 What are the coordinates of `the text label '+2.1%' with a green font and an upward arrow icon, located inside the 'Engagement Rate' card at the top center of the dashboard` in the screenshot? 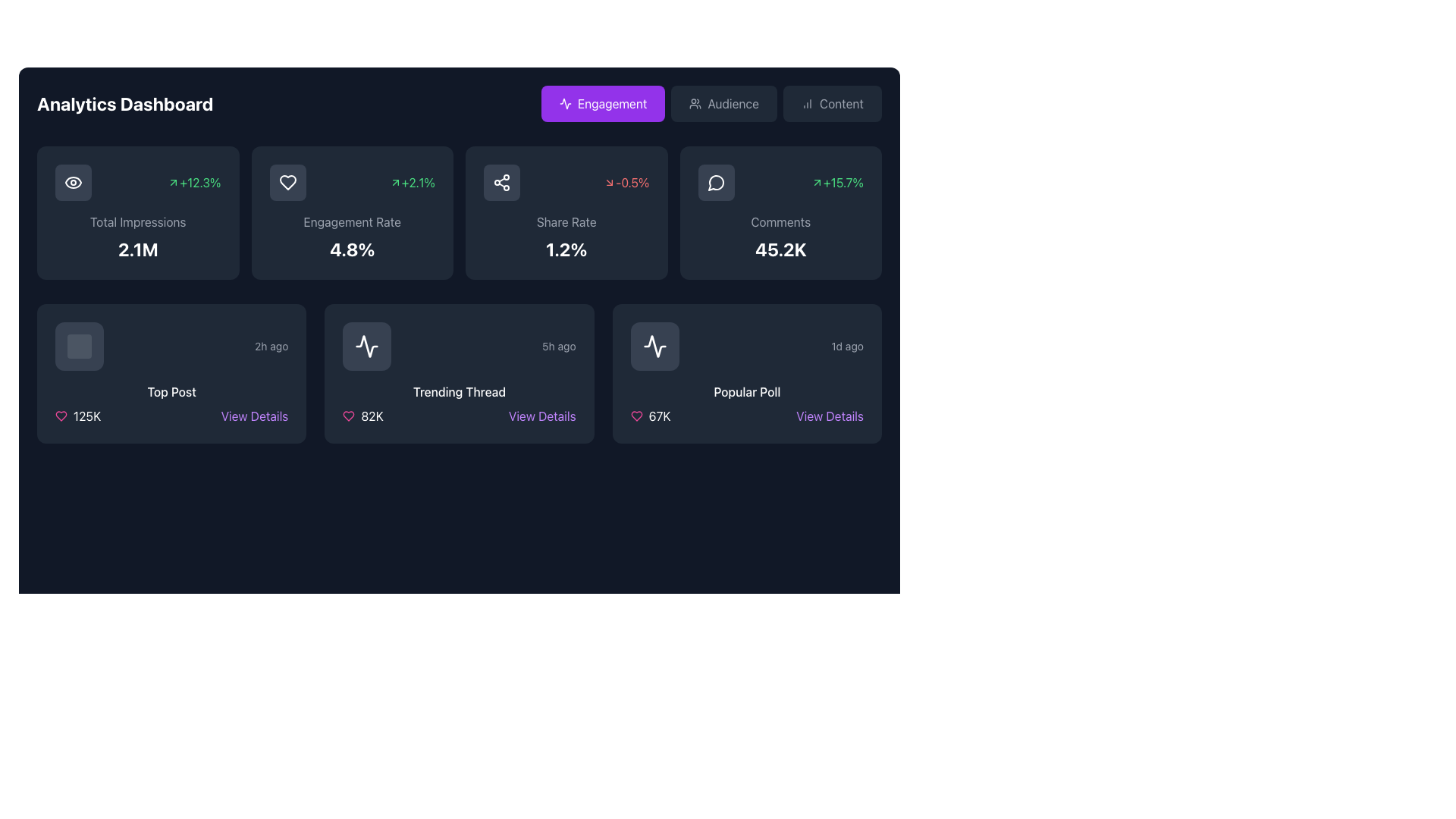 It's located at (412, 181).